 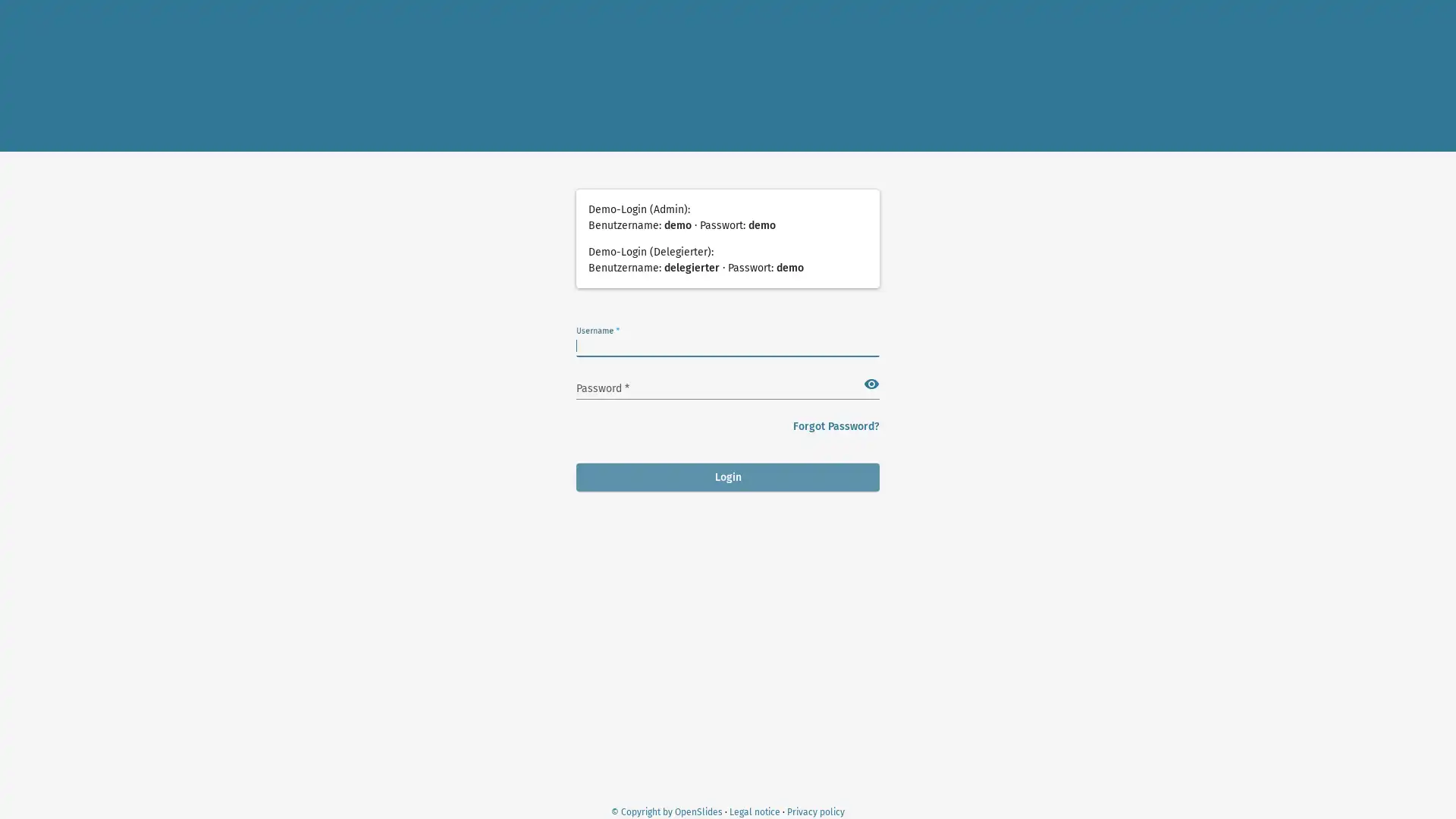 What do you see at coordinates (836, 426) in the screenshot?
I see `Forgot Password?` at bounding box center [836, 426].